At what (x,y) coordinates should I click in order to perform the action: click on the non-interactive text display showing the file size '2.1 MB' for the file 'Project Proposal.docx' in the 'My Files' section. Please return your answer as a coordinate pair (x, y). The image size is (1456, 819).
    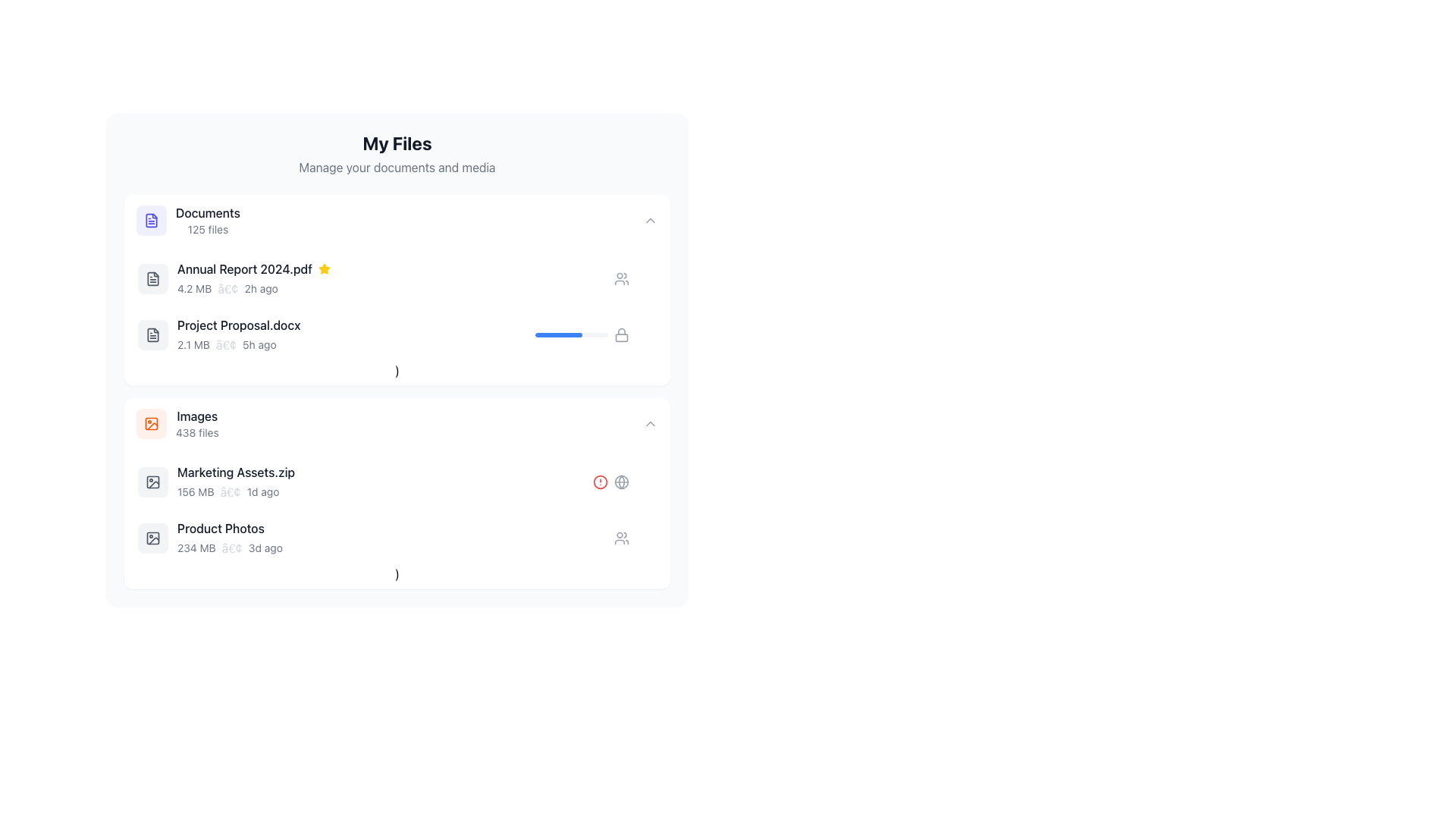
    Looking at the image, I should click on (193, 345).